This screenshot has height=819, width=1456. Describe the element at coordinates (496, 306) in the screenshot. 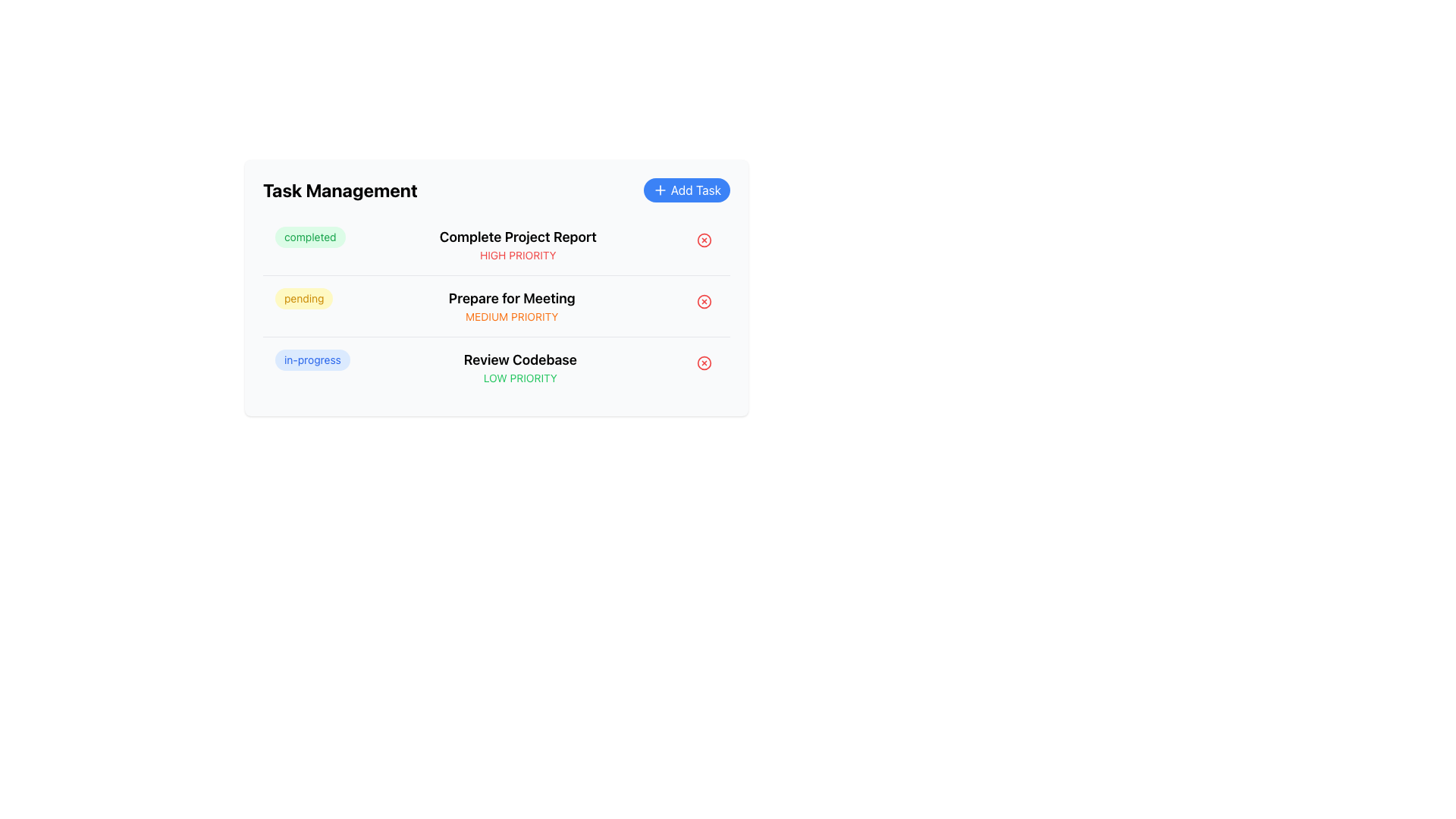

I see `details of the second task item in the Task Management list, which includes a status marker indicating 'pending', a title 'Prepare for Meeting', and a priority label 'MEDIUM PRIORITY'` at that location.